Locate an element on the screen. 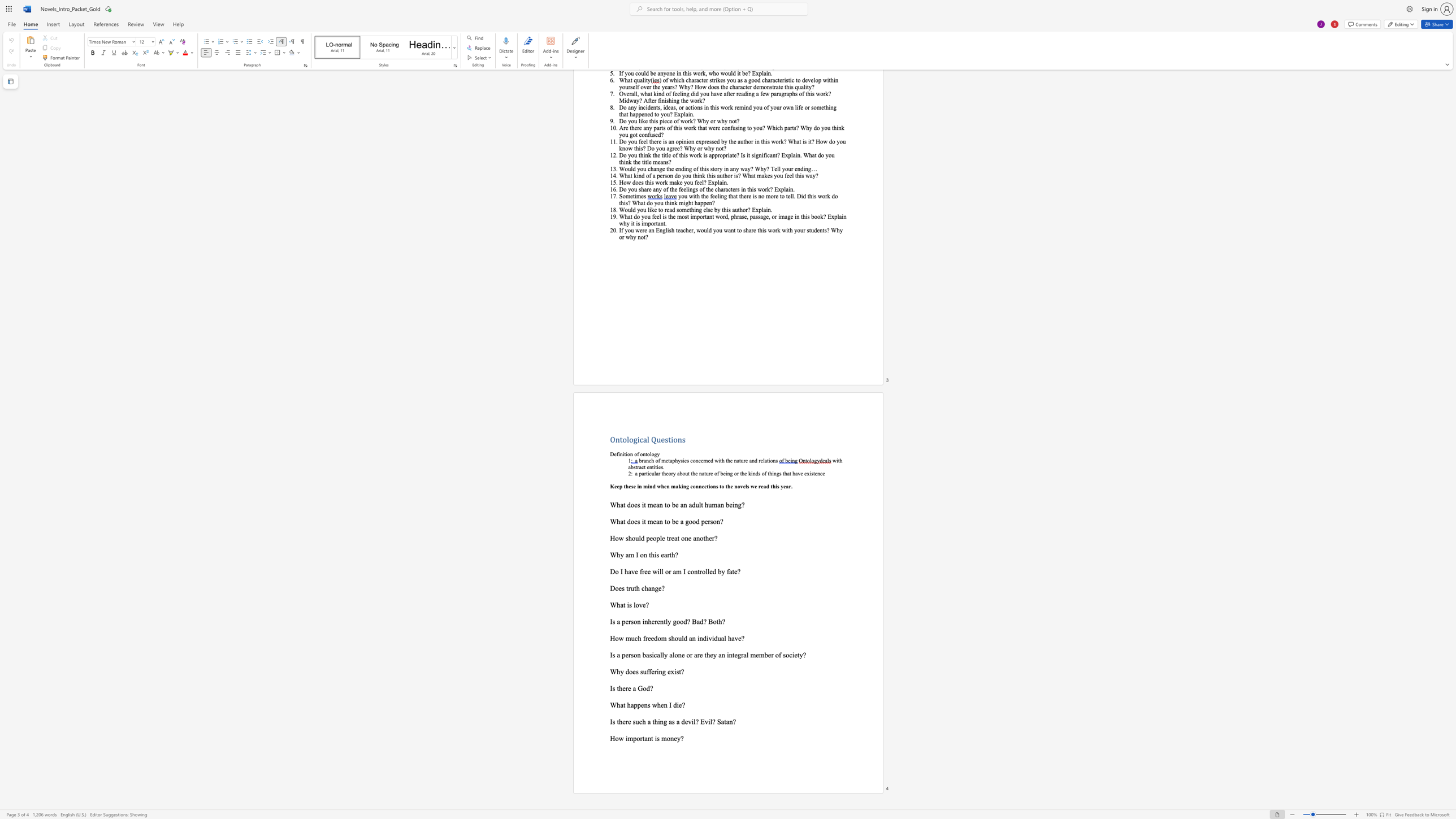 The image size is (1456, 819). the subset text "Definition of on" within the text "Definition of ontology" is located at coordinates (610, 453).